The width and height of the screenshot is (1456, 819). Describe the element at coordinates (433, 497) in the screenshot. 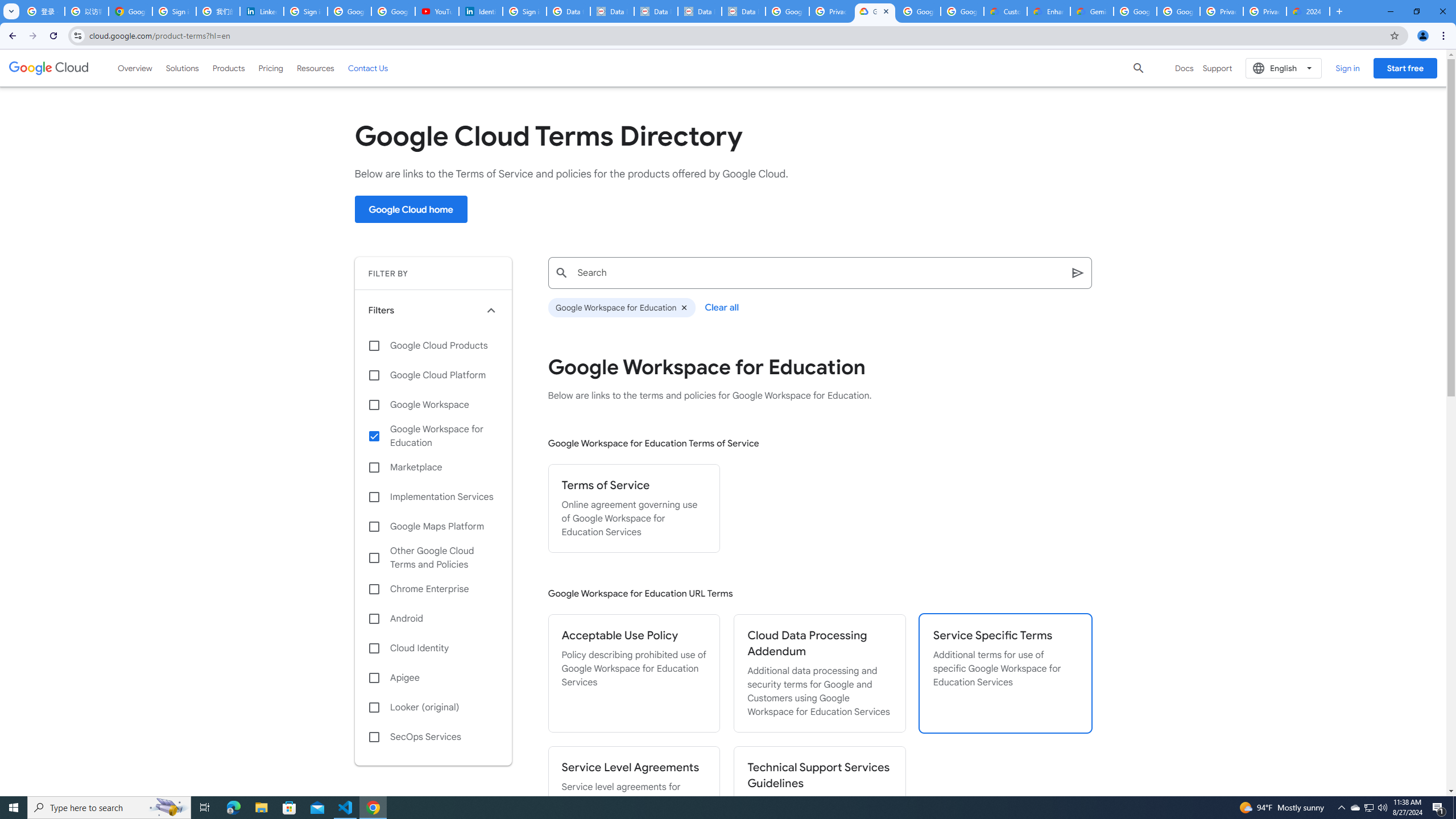

I see `'Implementation Services'` at that location.